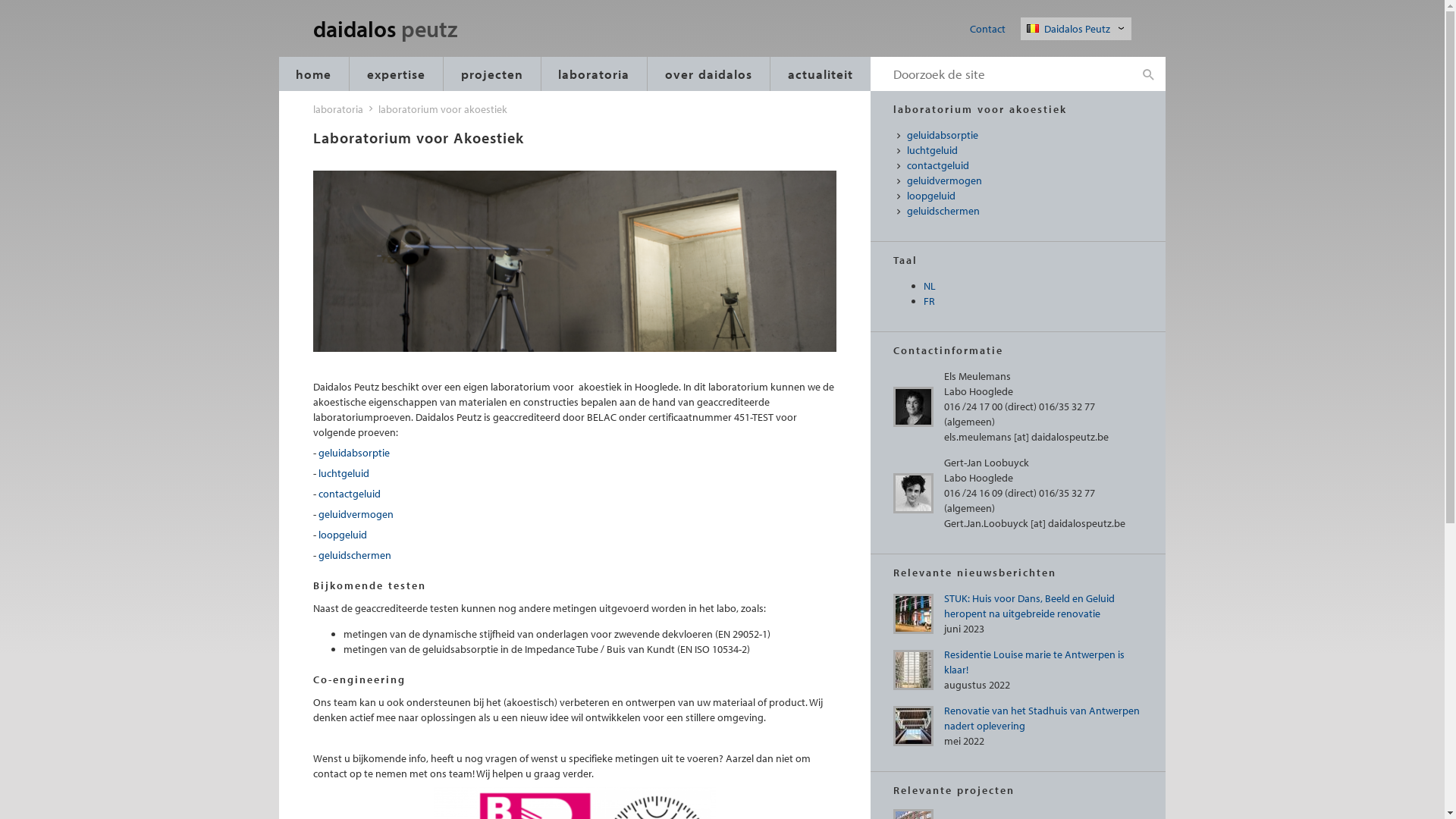 The width and height of the screenshot is (1456, 819). What do you see at coordinates (353, 555) in the screenshot?
I see `'geluidschermen'` at bounding box center [353, 555].